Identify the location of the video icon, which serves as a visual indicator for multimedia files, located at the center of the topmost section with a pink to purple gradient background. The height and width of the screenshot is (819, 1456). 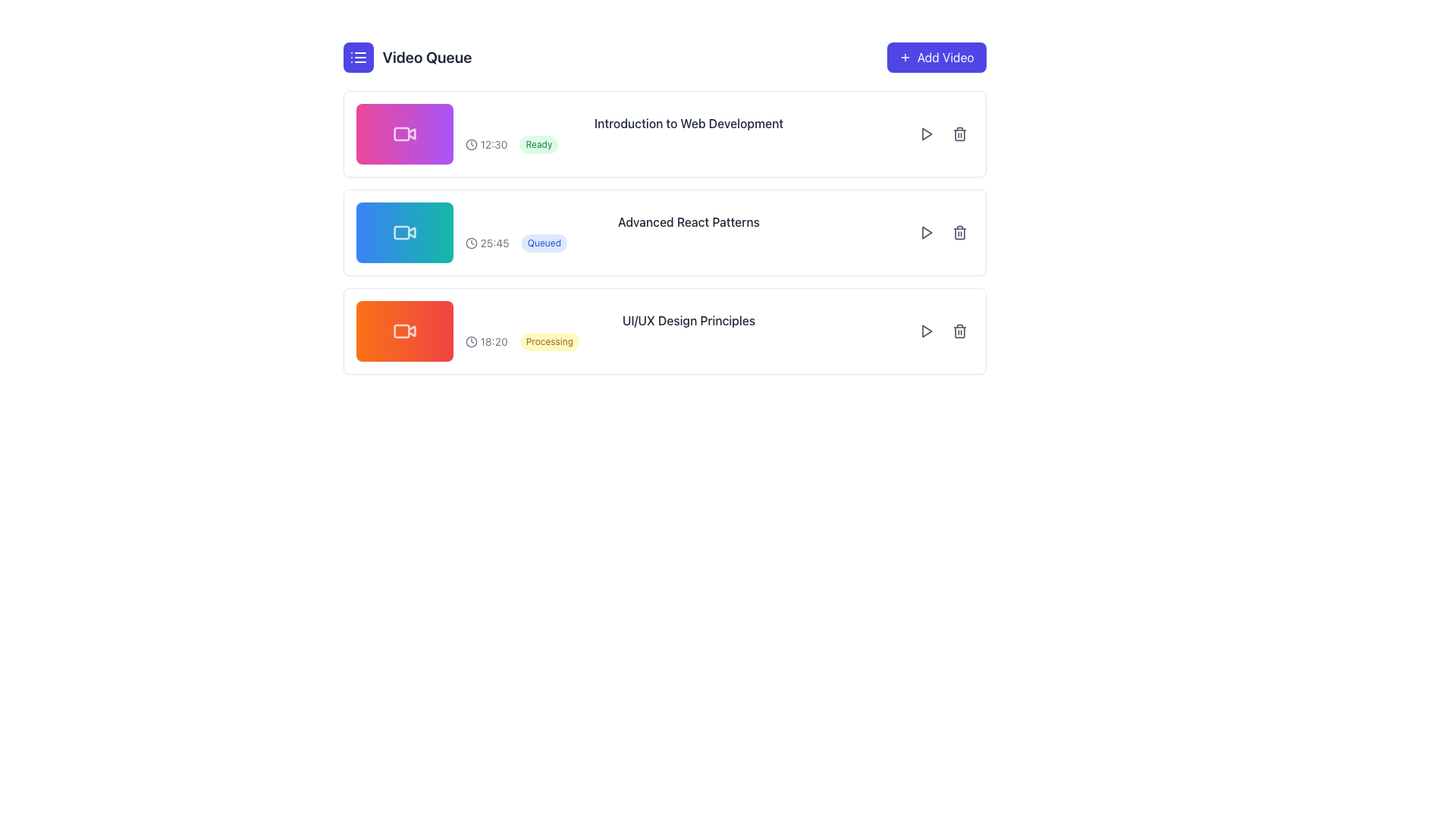
(404, 133).